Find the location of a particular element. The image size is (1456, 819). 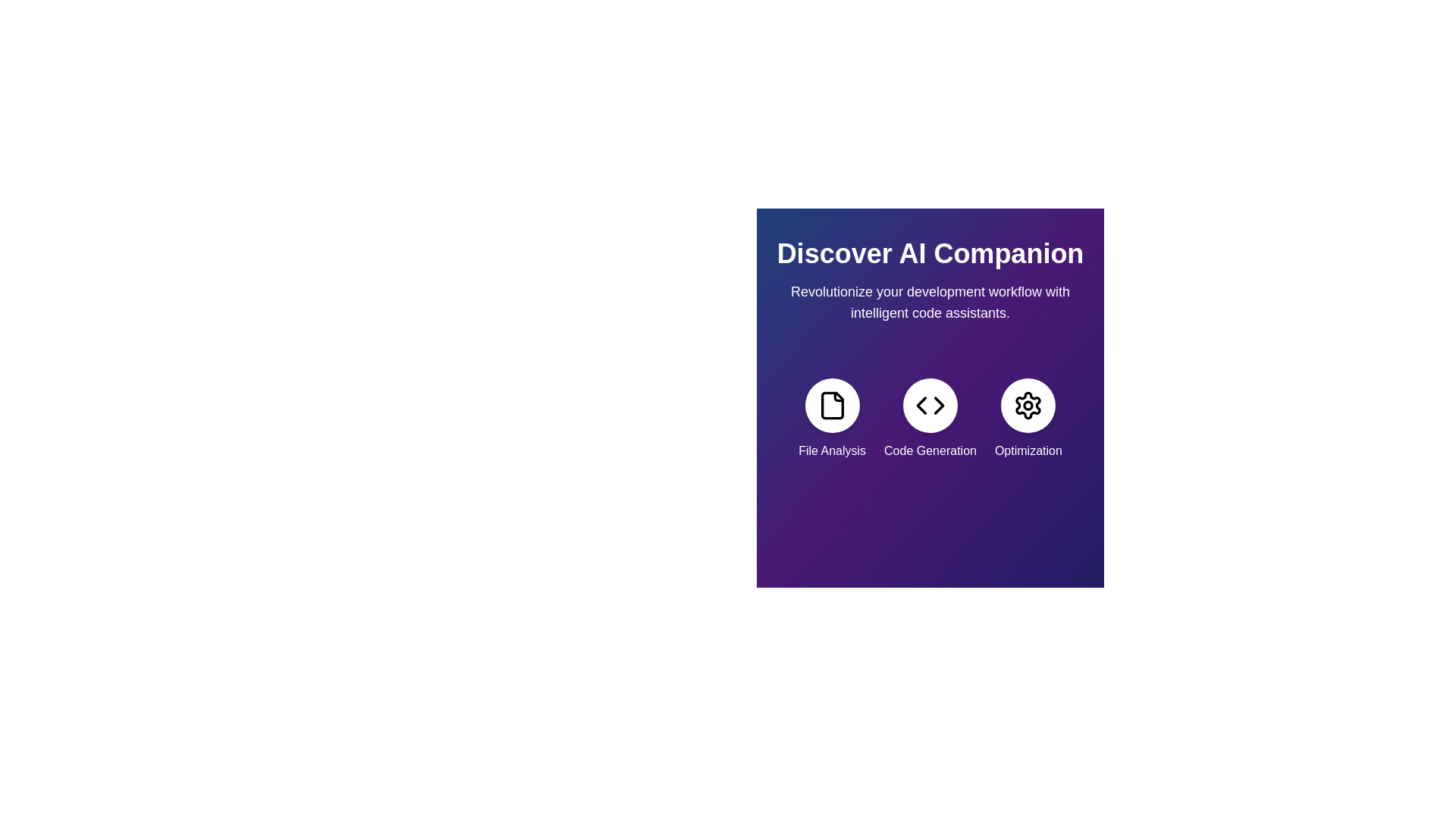

the small circular dot that is centered within the settings icon, which represents a part of the visual element for settings is located at coordinates (1028, 405).